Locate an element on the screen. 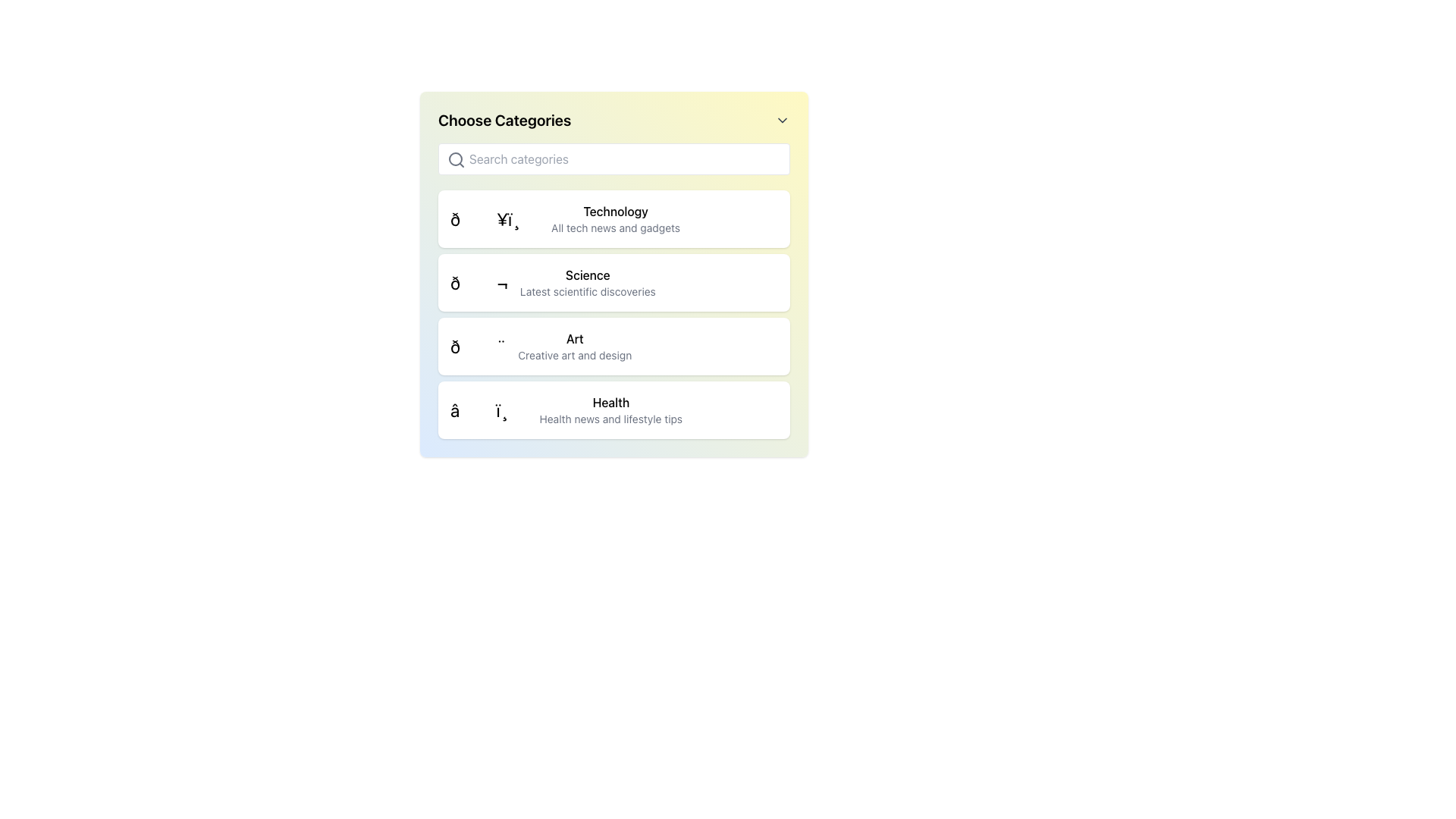  the text block with the header 'Science' and subheader 'Latest scientific discoveries' is located at coordinates (587, 283).